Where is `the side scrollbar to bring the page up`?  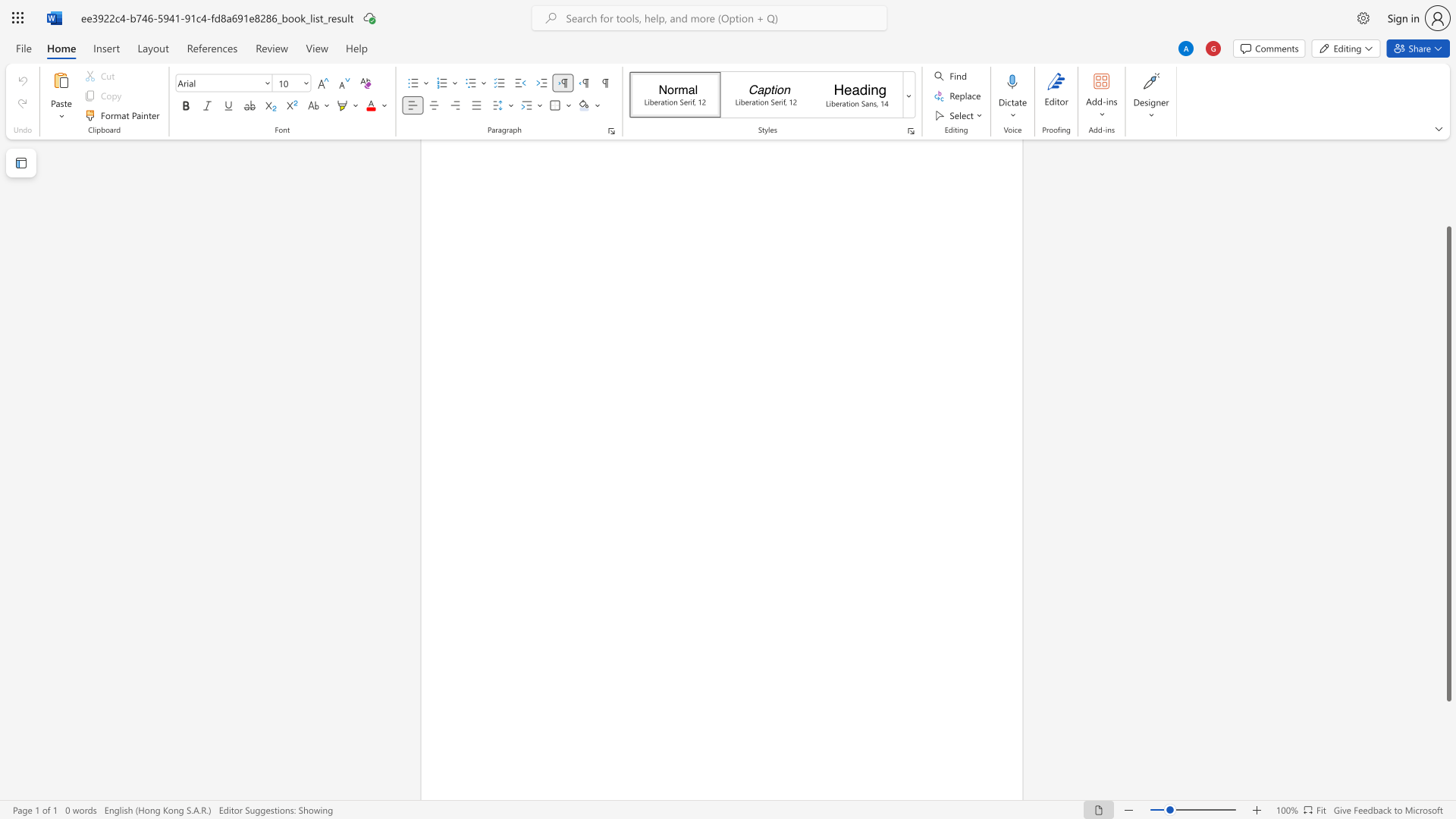 the side scrollbar to bring the page up is located at coordinates (1448, 166).